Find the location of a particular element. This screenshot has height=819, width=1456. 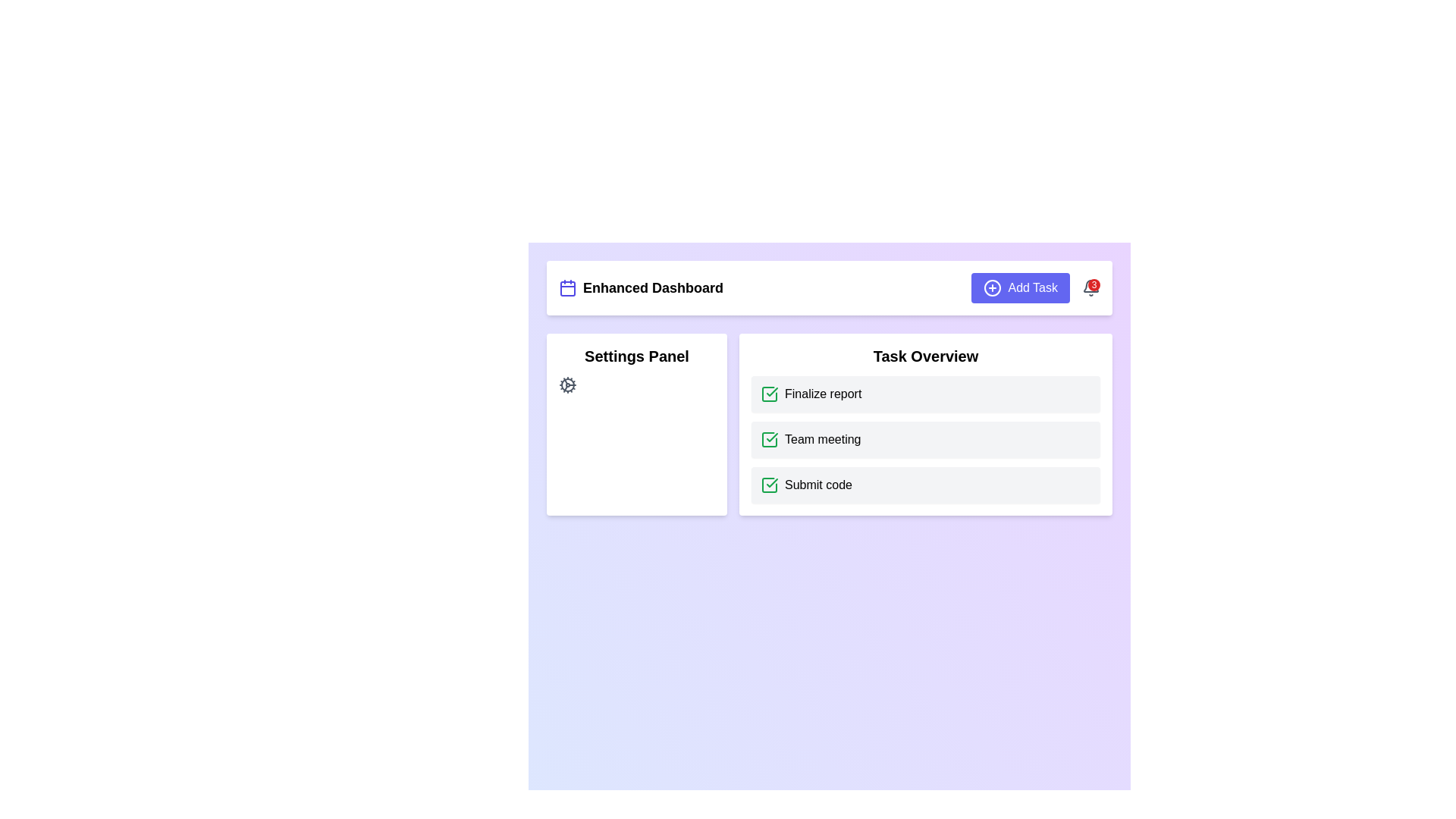

on the completed task status icon located within the 'Finalize report' task card, positioned is located at coordinates (769, 394).